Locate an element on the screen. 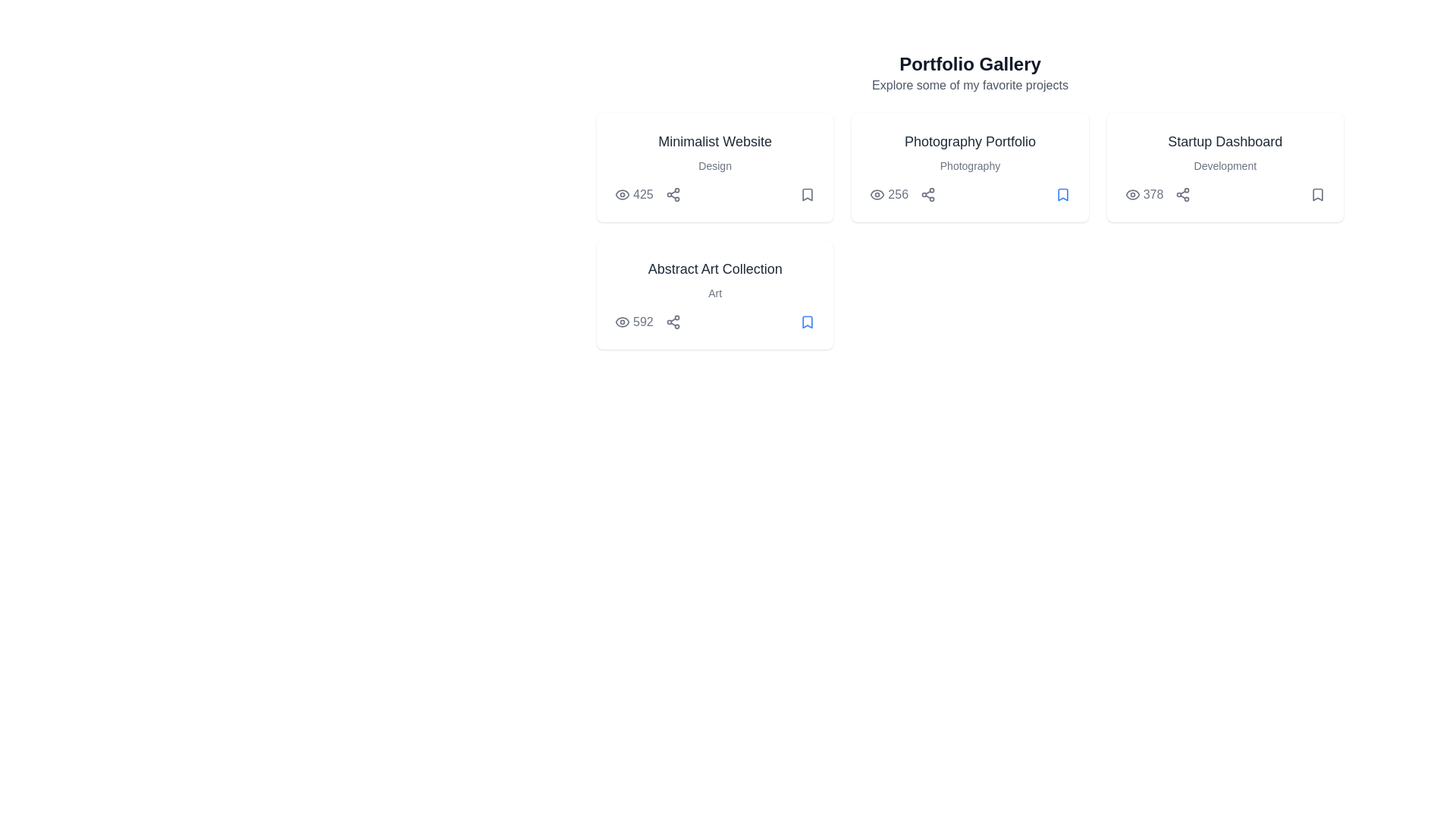 This screenshot has width=1456, height=819. the blue bookmark icon located at the bottom-left corner of the 'Abstract Art Collection' card to bookmark the project is located at coordinates (807, 321).